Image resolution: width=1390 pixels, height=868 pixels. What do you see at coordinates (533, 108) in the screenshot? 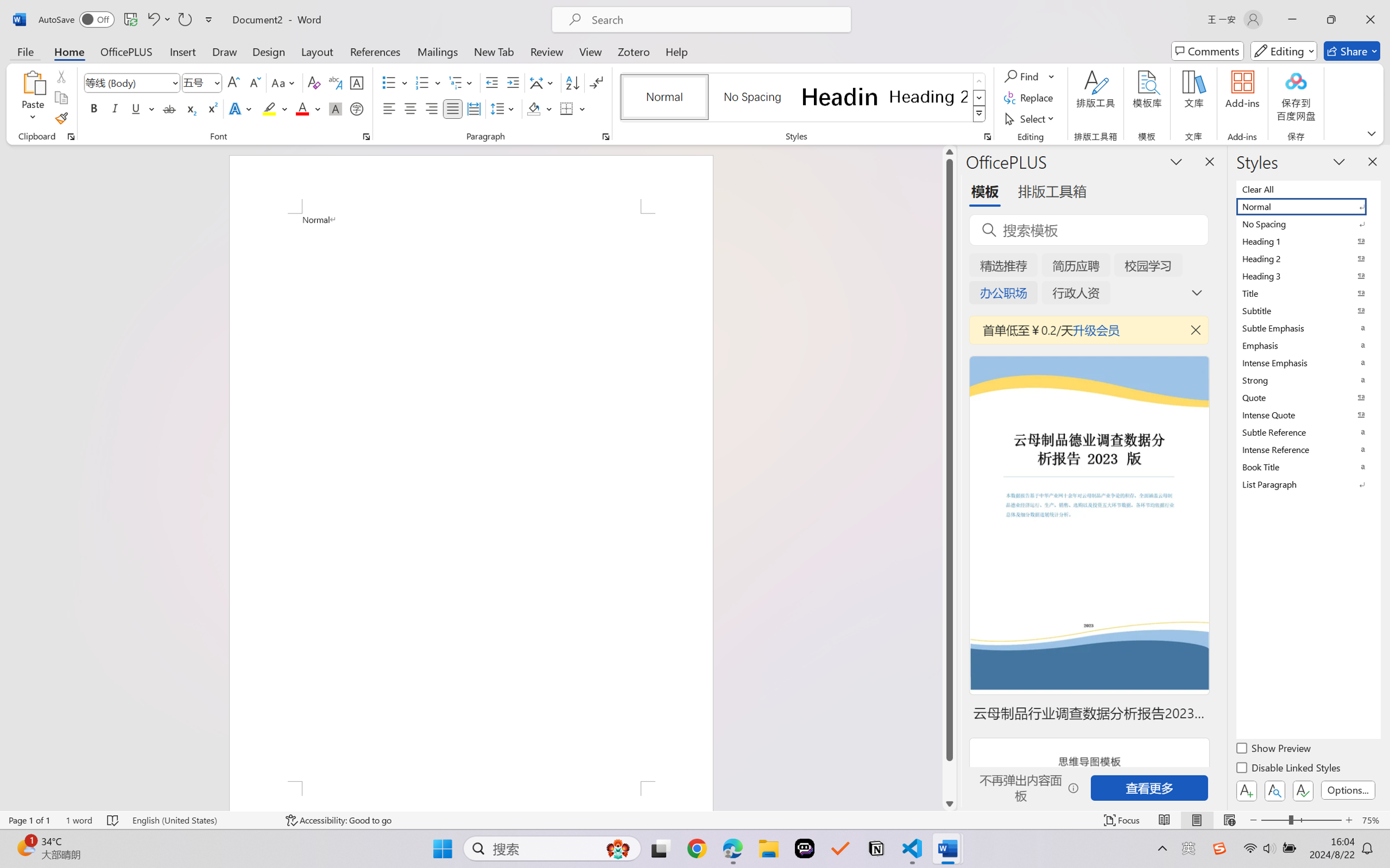
I see `'Shading RGB(0, 0, 0)'` at bounding box center [533, 108].